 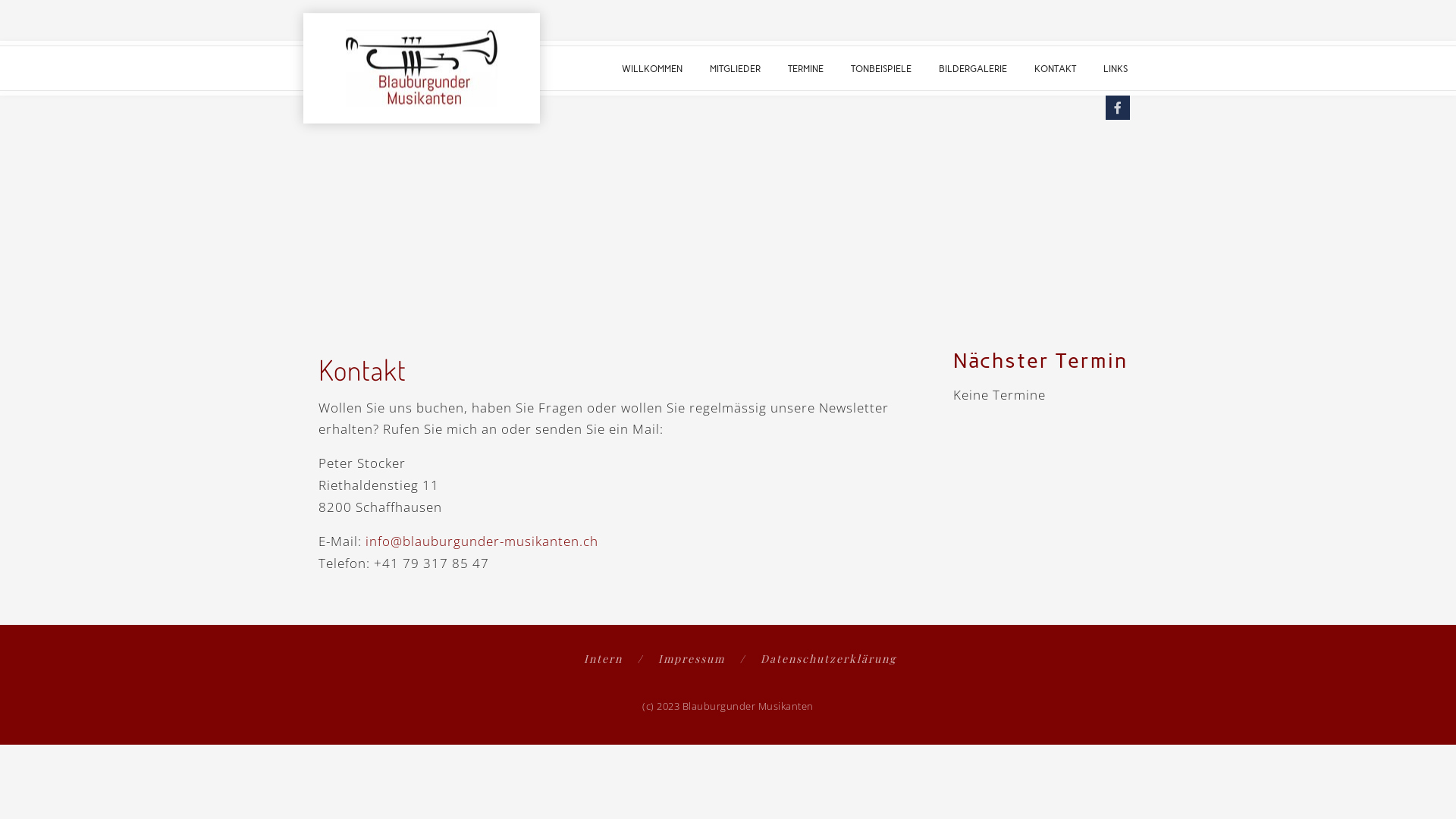 What do you see at coordinates (1117, 107) in the screenshot?
I see `'Facebook'` at bounding box center [1117, 107].